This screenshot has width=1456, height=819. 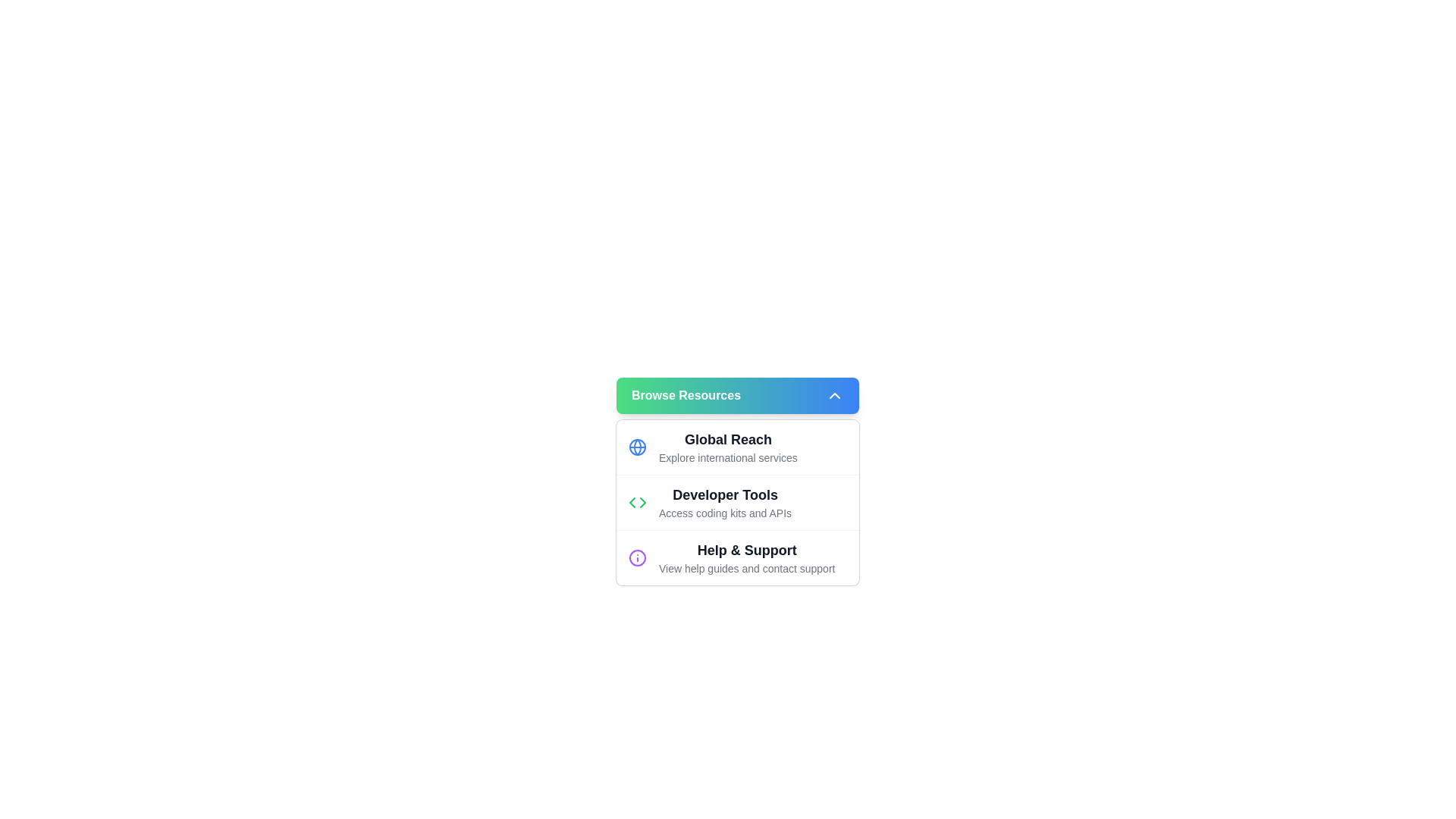 I want to click on the 'Help & Support' list item in the 'Browse Resources' dropdown menu by tapping on it, so click(x=738, y=557).